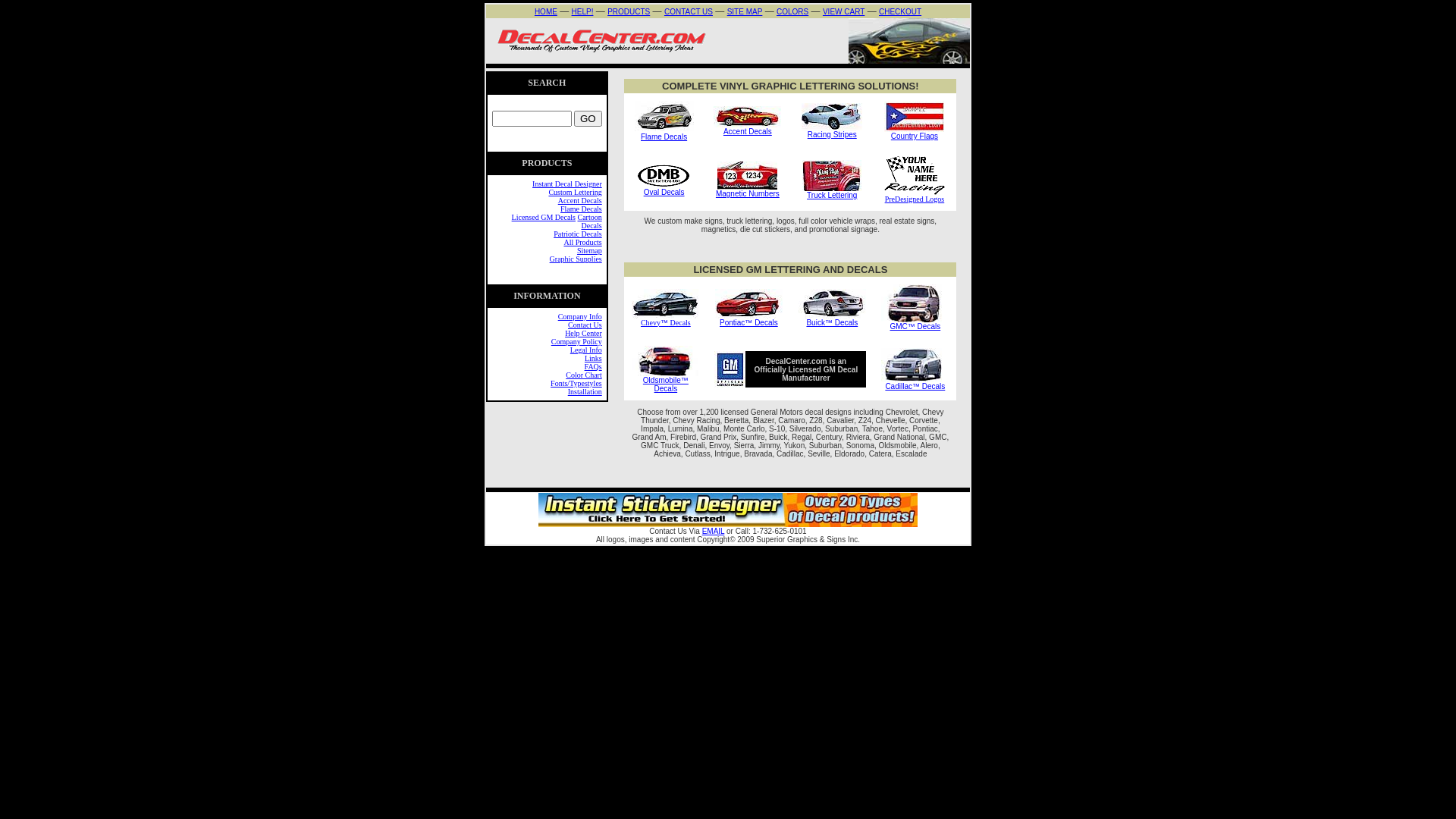 The height and width of the screenshot is (819, 1456). Describe the element at coordinates (899, 11) in the screenshot. I see `'CHECKOUT'` at that location.